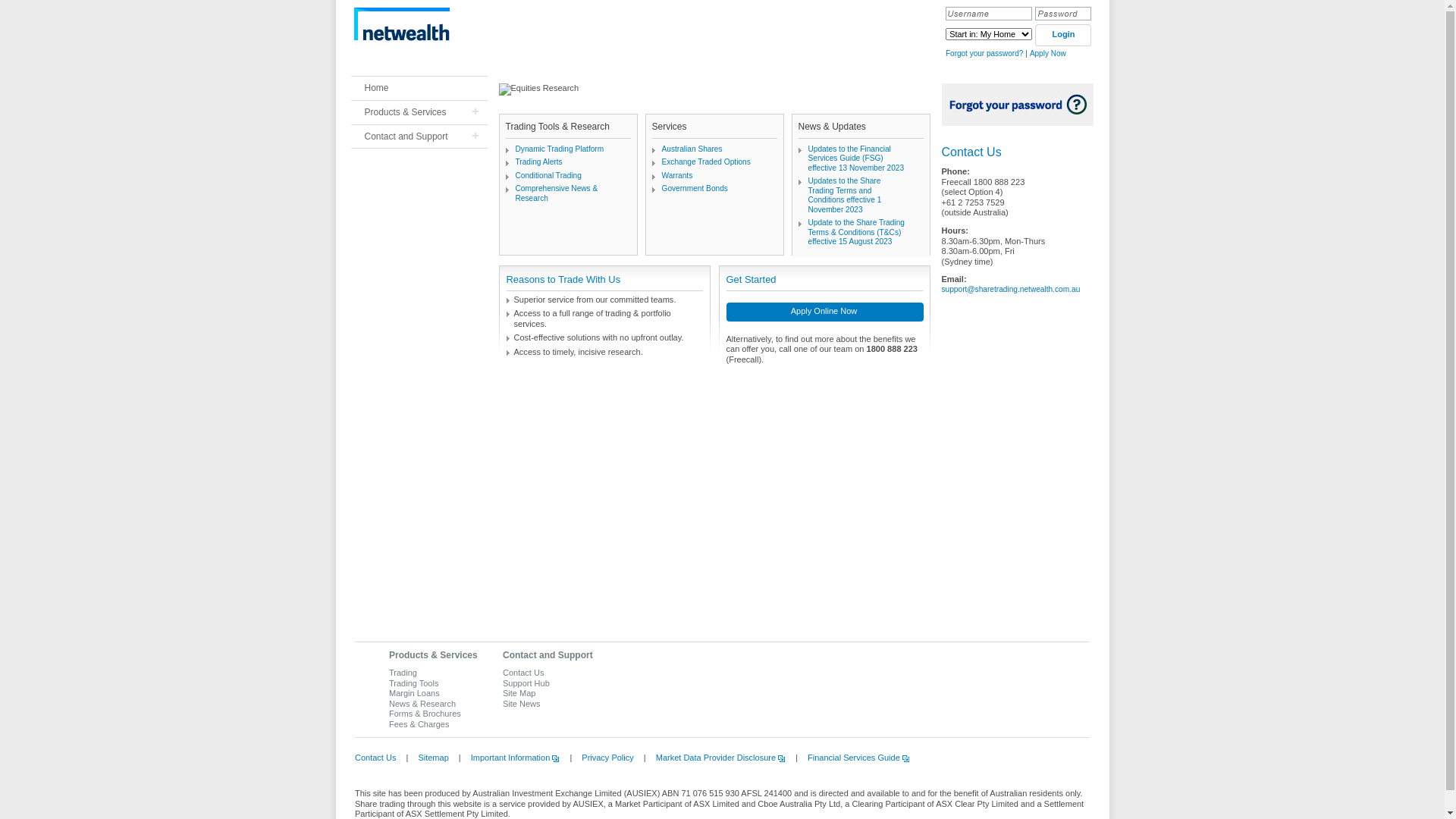 This screenshot has height=819, width=1456. Describe the element at coordinates (547, 654) in the screenshot. I see `'Contact and Support'` at that location.